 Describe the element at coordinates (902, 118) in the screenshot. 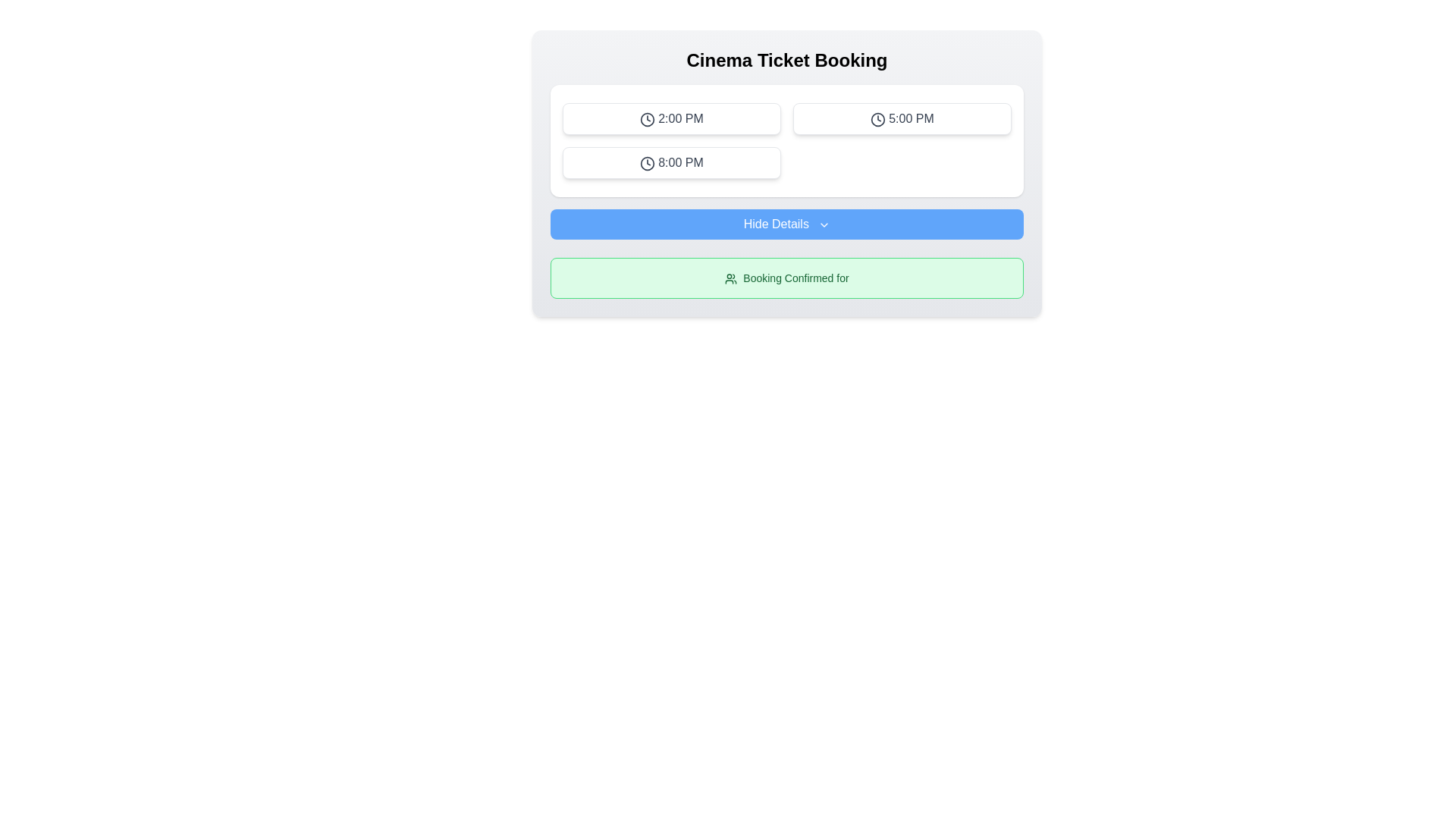

I see `the button labeled '5:00 PM' which is the second button in a grid layout of time options, positioned to the right of the '2:00 PM' button and above the '8:00 PM' button` at that location.